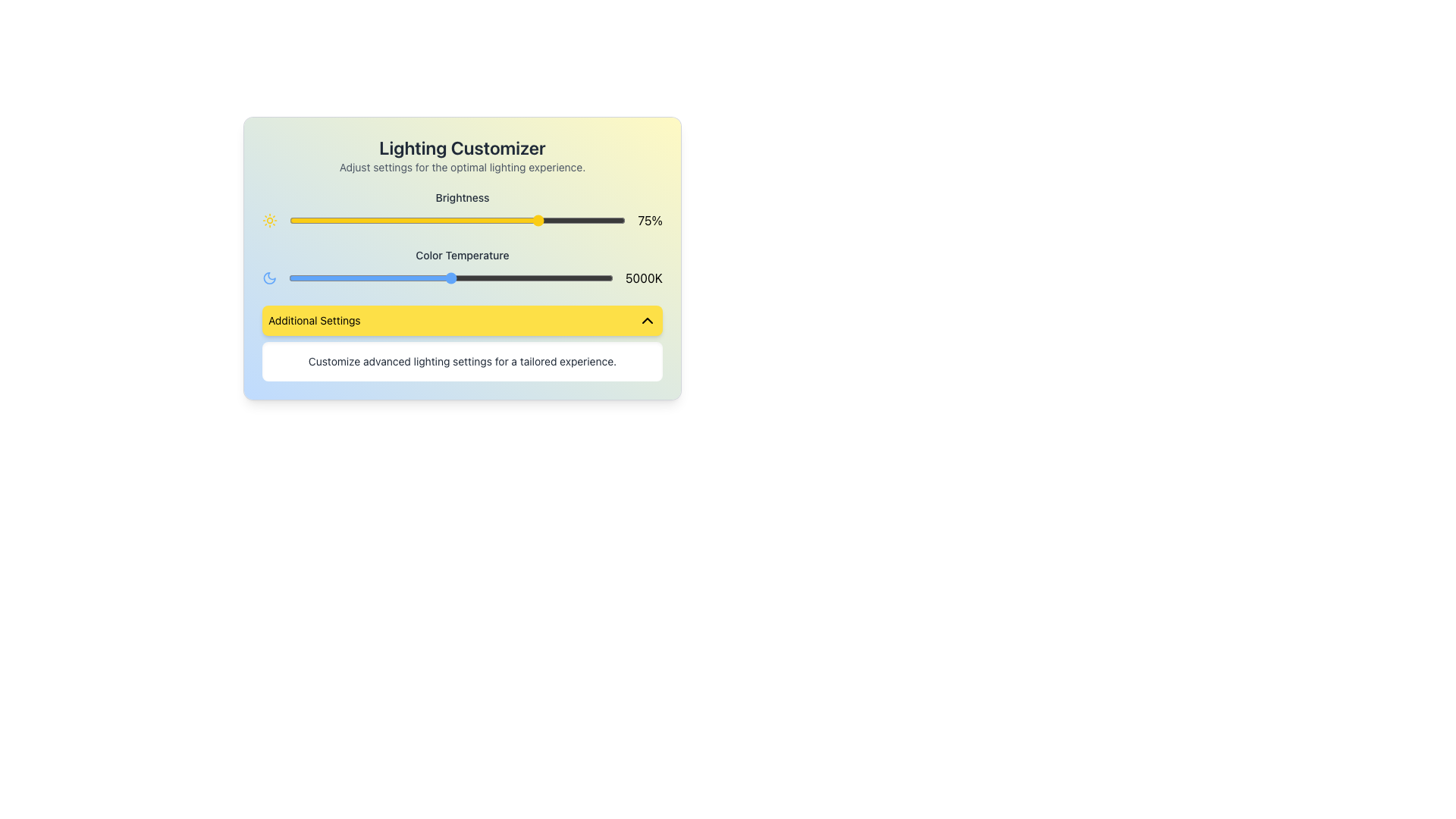  What do you see at coordinates (494, 220) in the screenshot?
I see `the brightness level` at bounding box center [494, 220].